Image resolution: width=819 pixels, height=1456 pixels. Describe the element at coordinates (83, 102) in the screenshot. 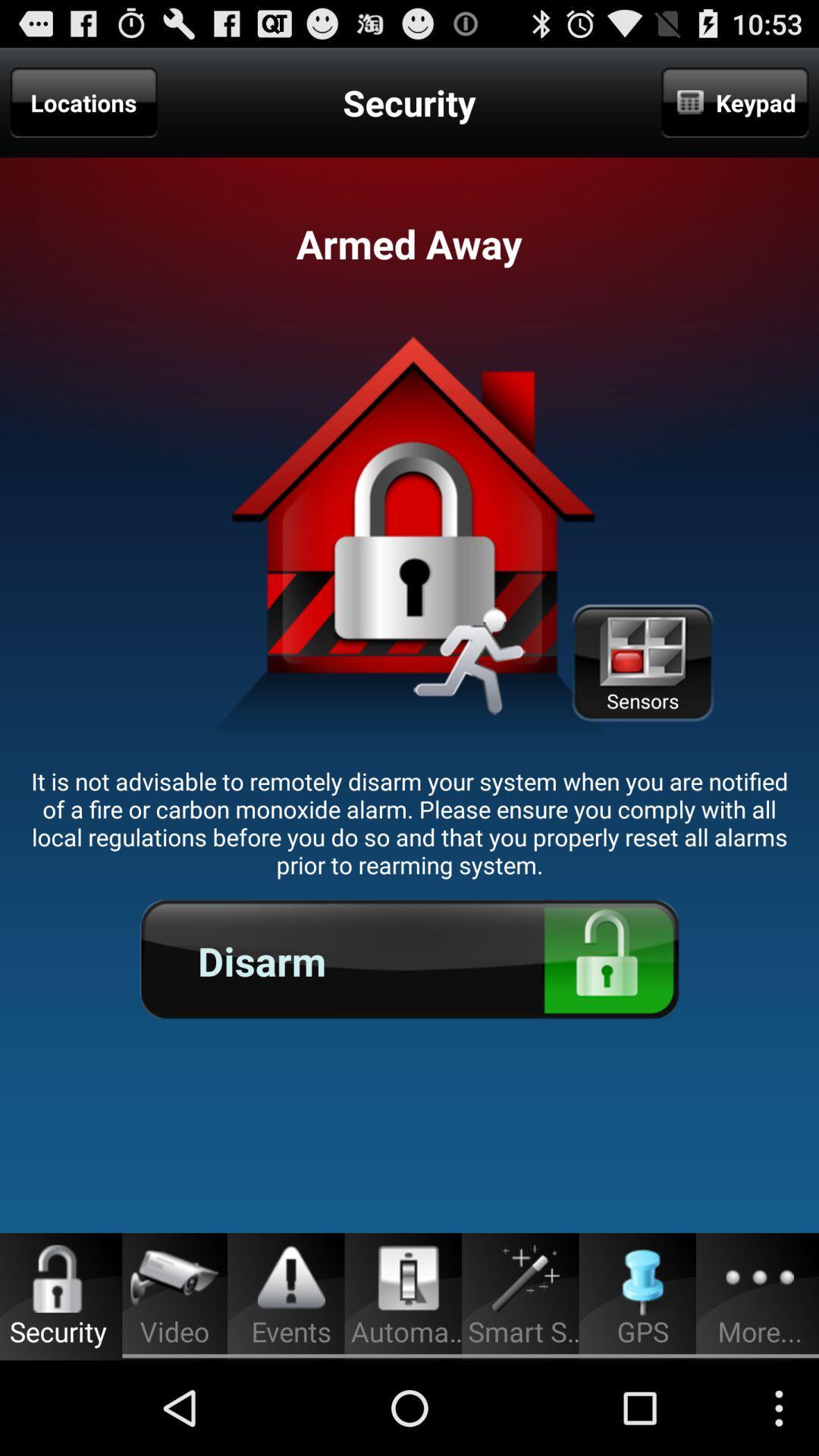

I see `the locations item` at that location.